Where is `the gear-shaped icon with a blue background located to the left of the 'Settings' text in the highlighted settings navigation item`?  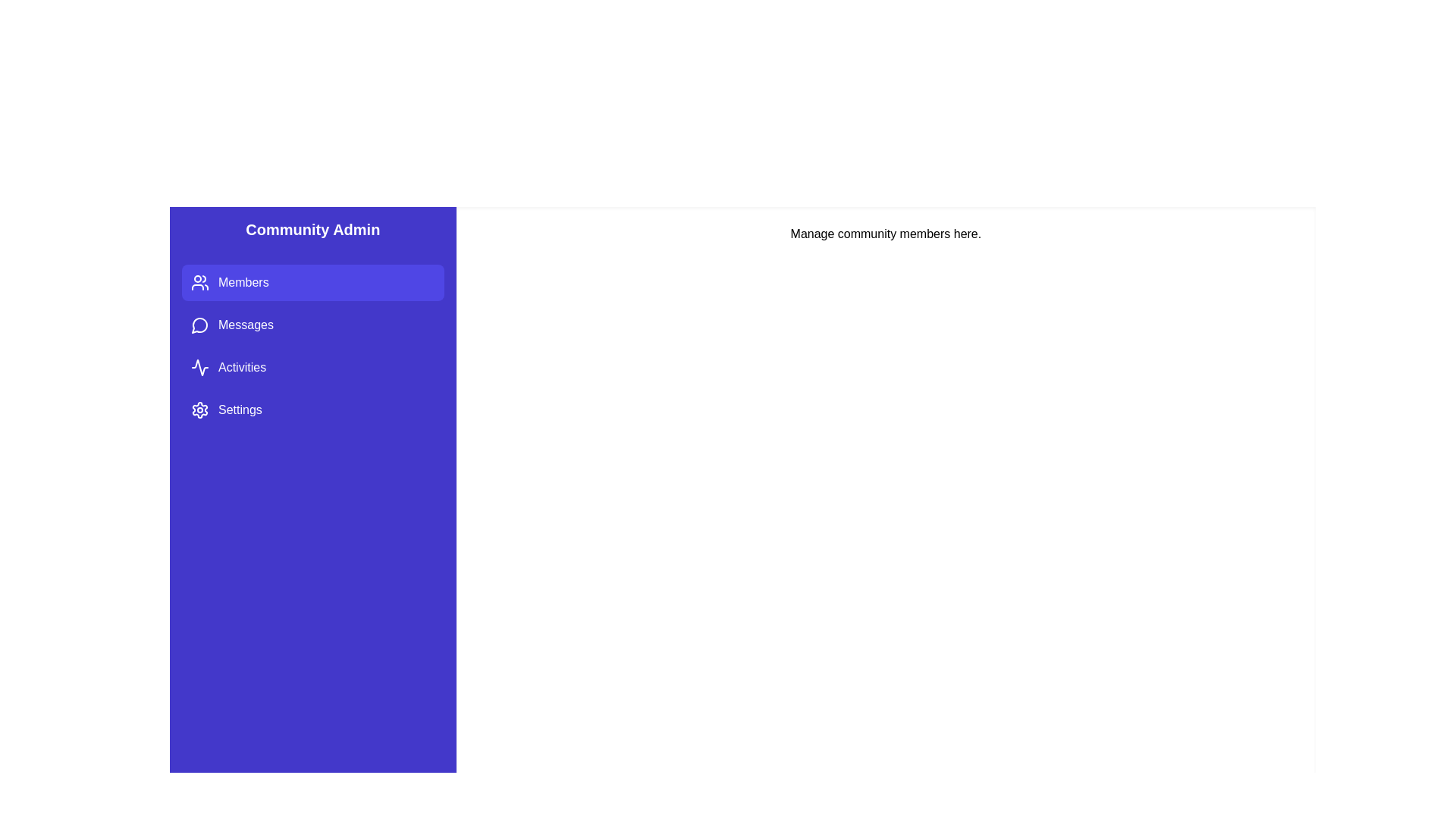 the gear-shaped icon with a blue background located to the left of the 'Settings' text in the highlighted settings navigation item is located at coordinates (199, 409).